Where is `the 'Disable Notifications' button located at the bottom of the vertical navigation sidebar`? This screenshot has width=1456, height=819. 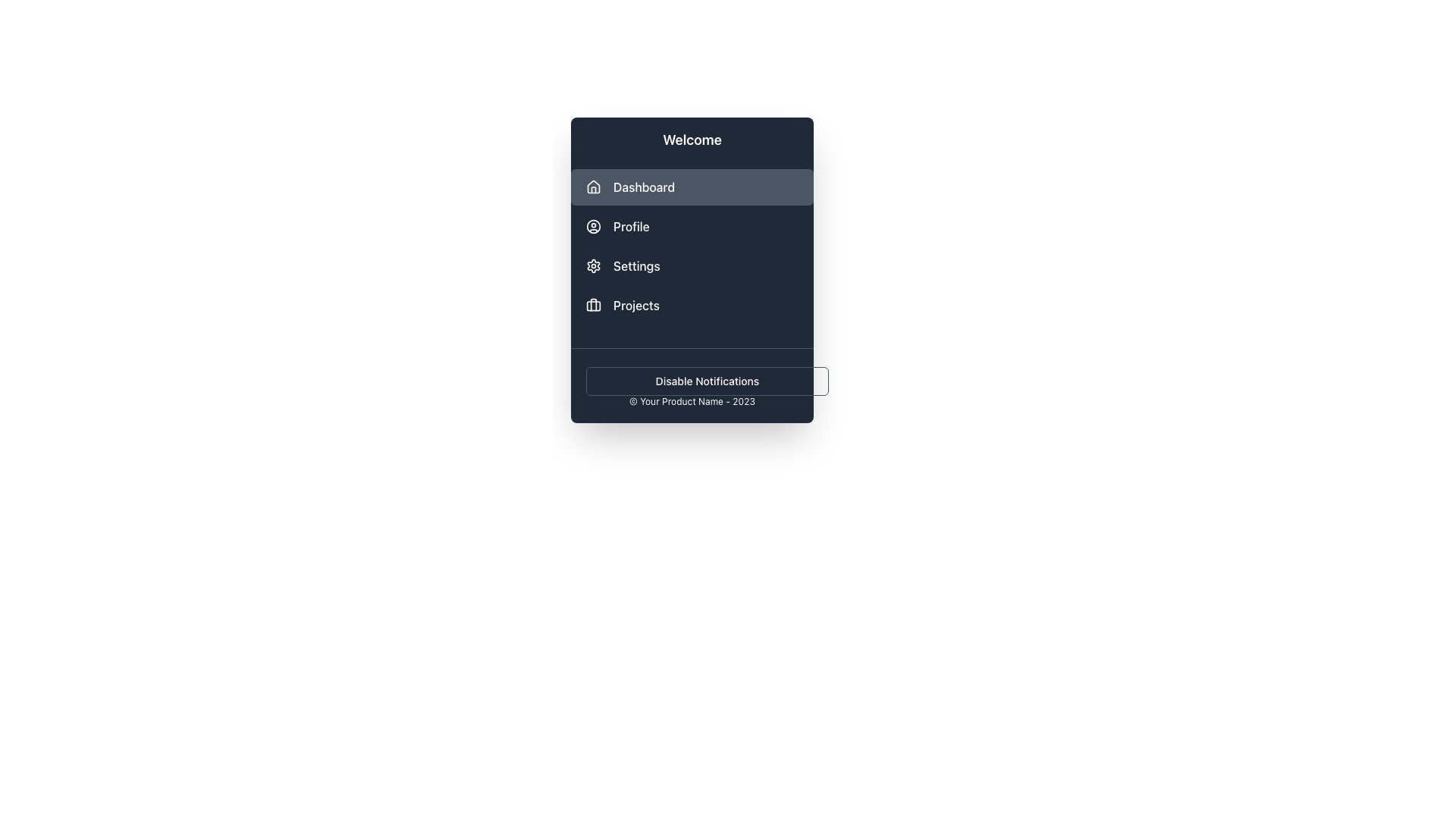 the 'Disable Notifications' button located at the bottom of the vertical navigation sidebar is located at coordinates (706, 380).